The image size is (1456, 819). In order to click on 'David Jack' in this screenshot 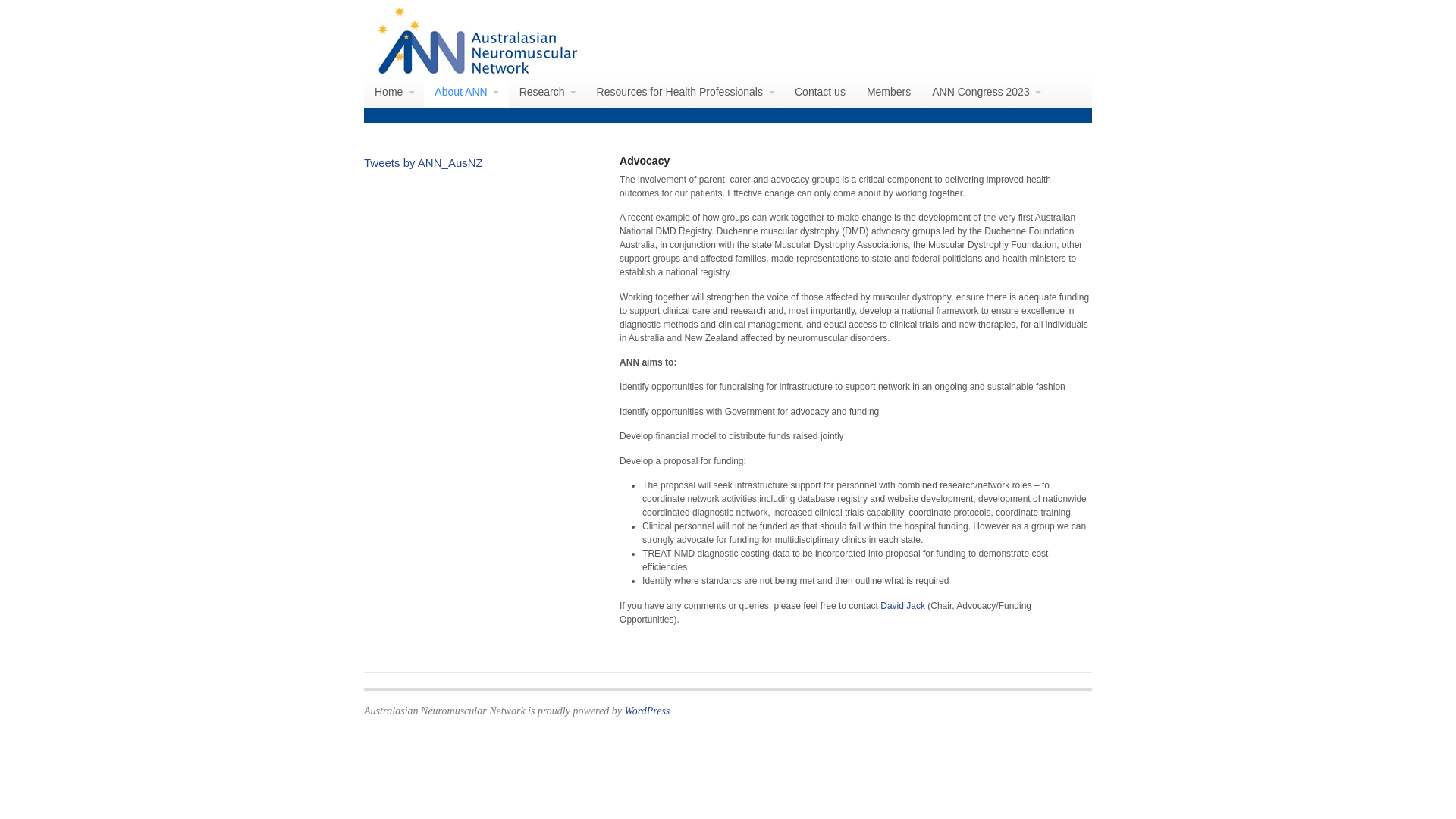, I will do `click(902, 604)`.